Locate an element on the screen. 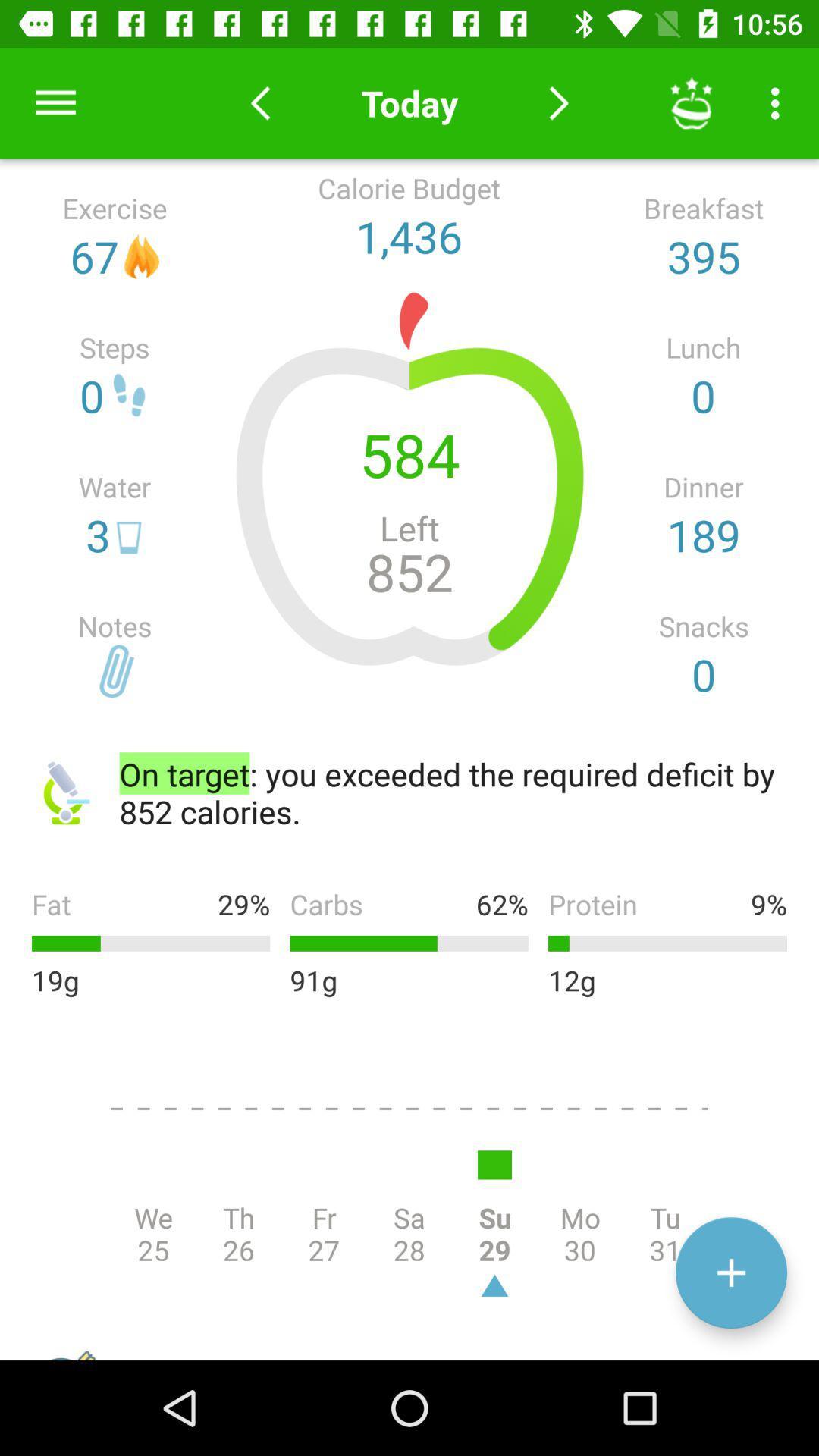 This screenshot has height=1456, width=819. arrow symbol to the right side of today is located at coordinates (559, 102).